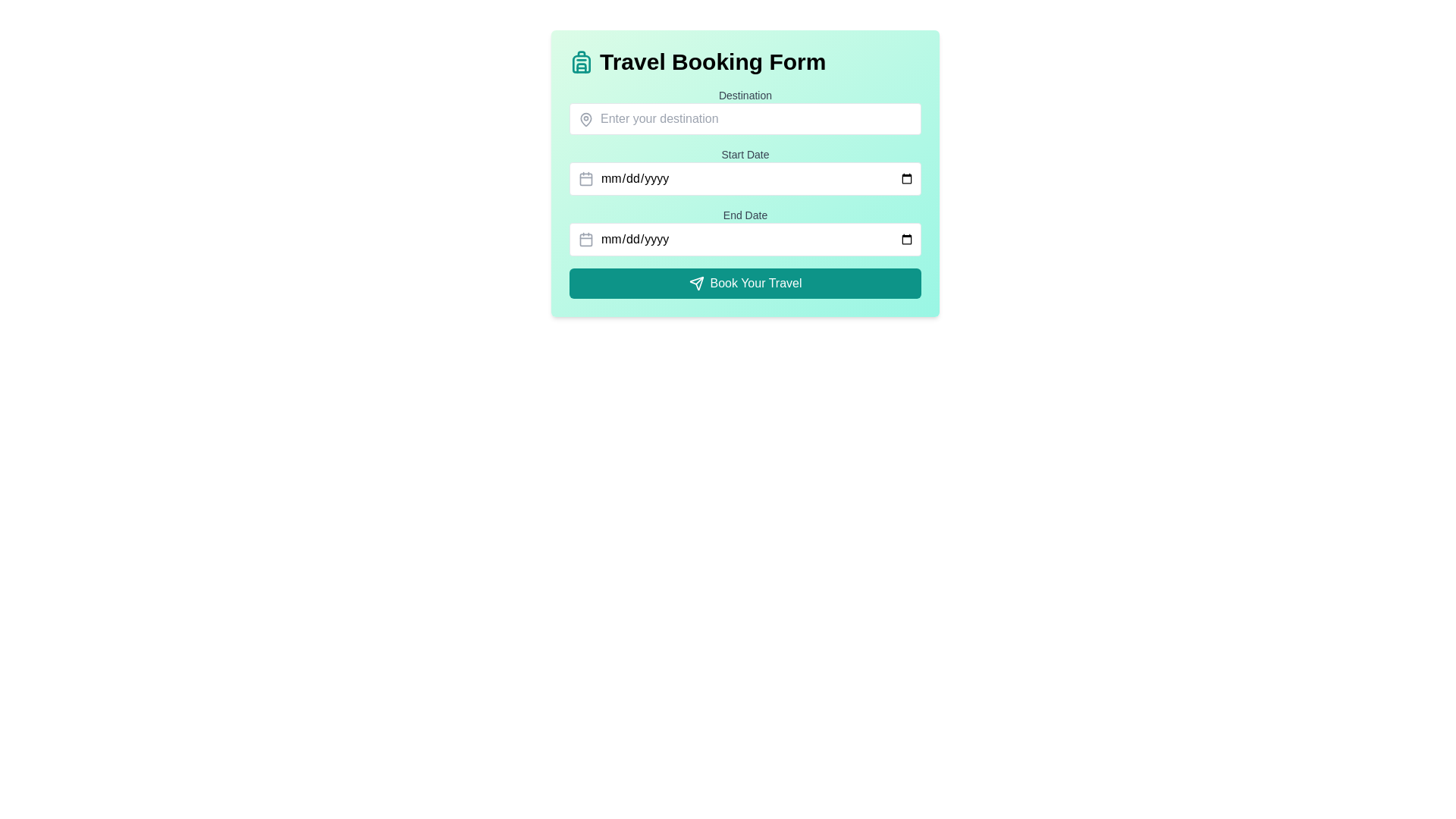 The width and height of the screenshot is (1456, 819). What do you see at coordinates (745, 231) in the screenshot?
I see `the 'End Date' input field` at bounding box center [745, 231].